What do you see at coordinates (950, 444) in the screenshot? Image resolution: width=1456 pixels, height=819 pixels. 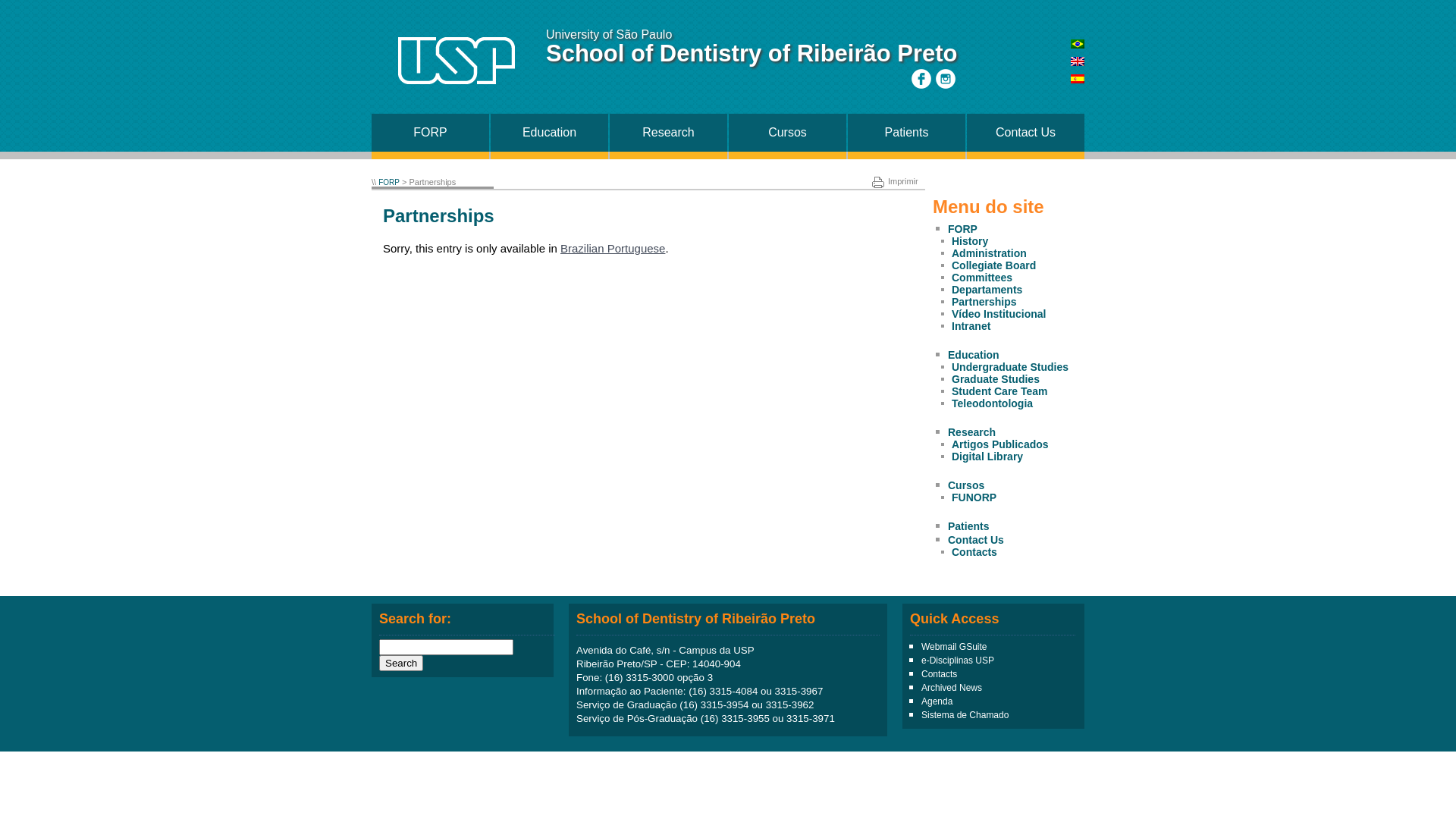 I see `'Artigos Publicados'` at bounding box center [950, 444].